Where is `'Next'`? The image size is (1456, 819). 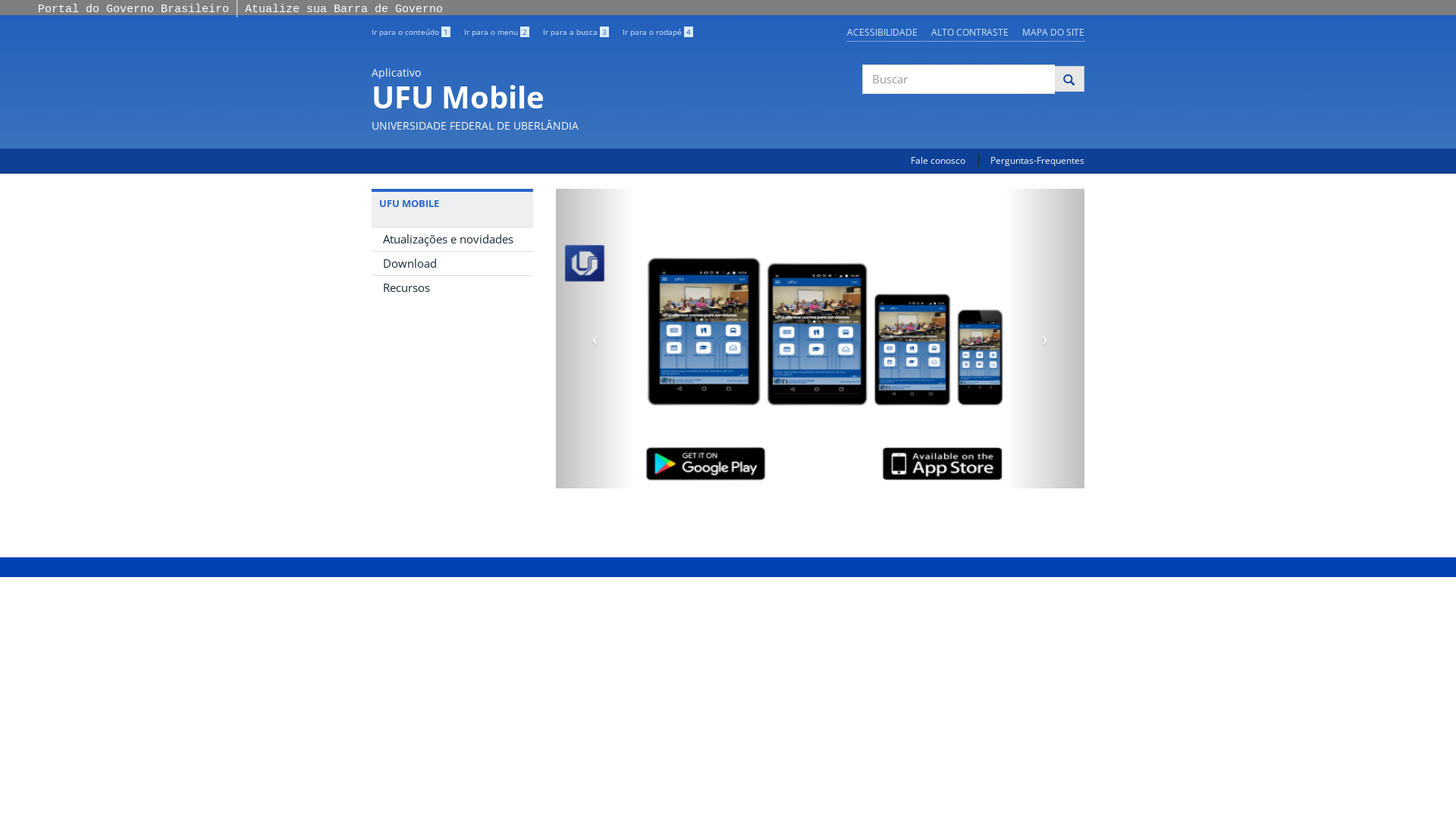 'Next' is located at coordinates (1043, 337).